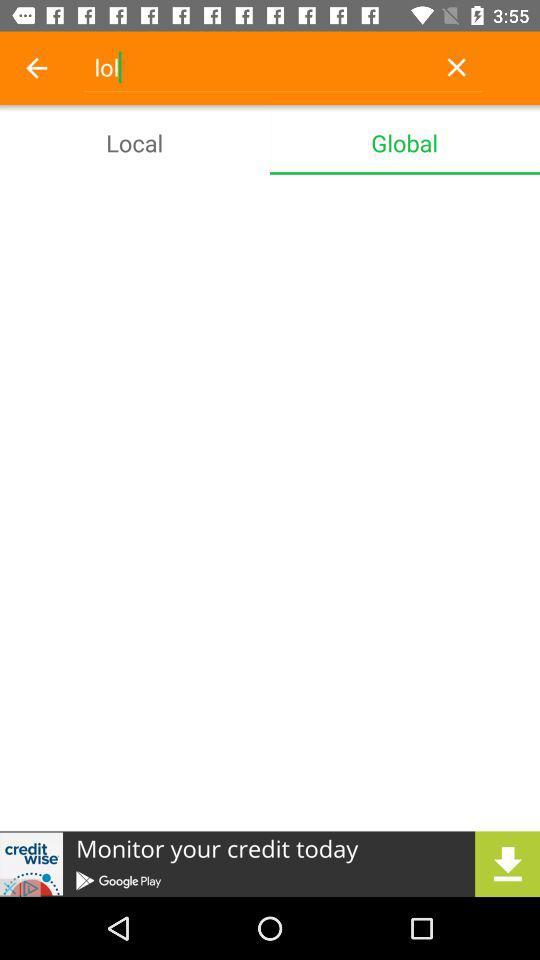  What do you see at coordinates (270, 863) in the screenshot?
I see `advertisement display` at bounding box center [270, 863].